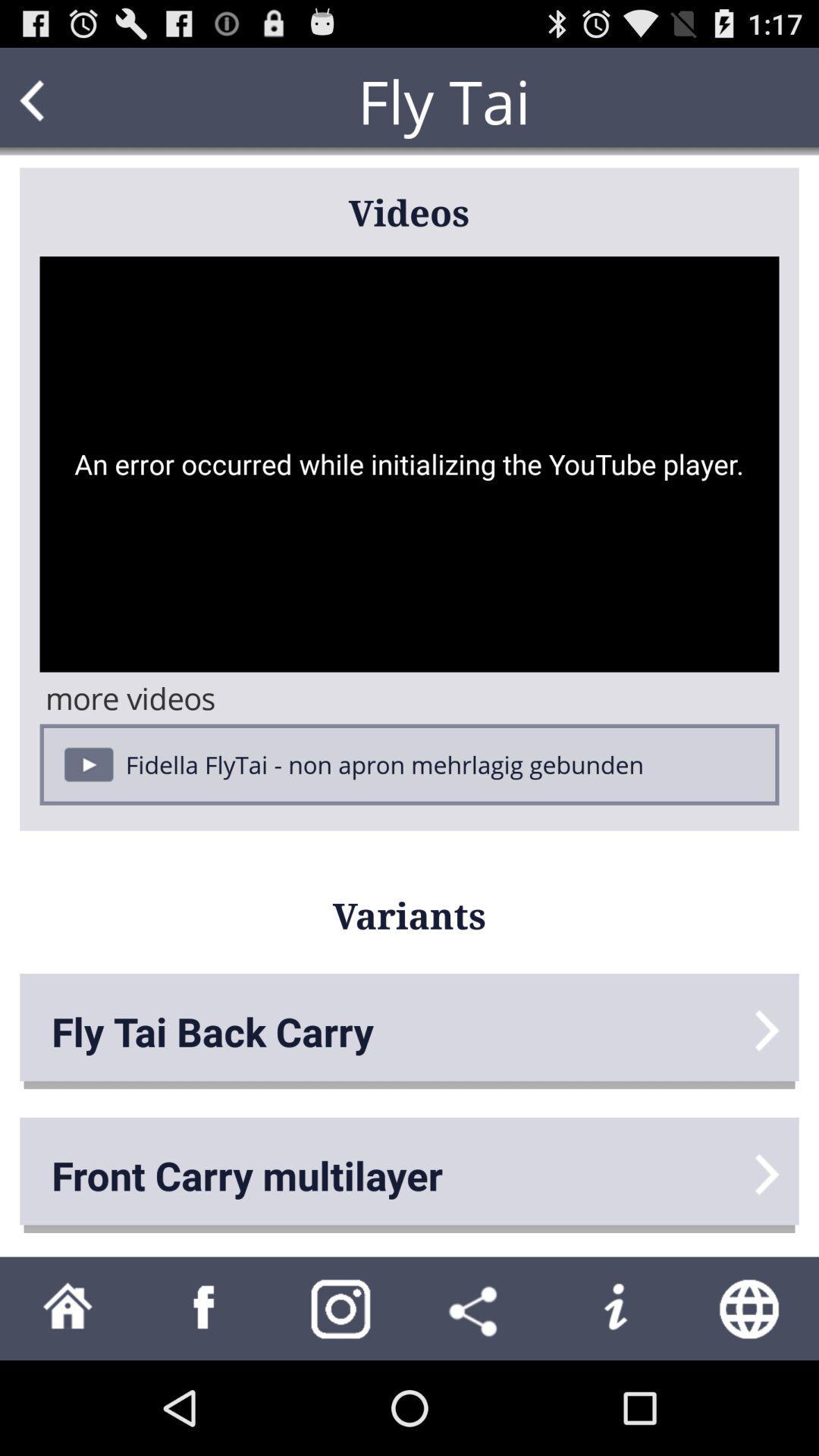 This screenshot has height=1456, width=819. I want to click on share with others, so click(476, 1307).